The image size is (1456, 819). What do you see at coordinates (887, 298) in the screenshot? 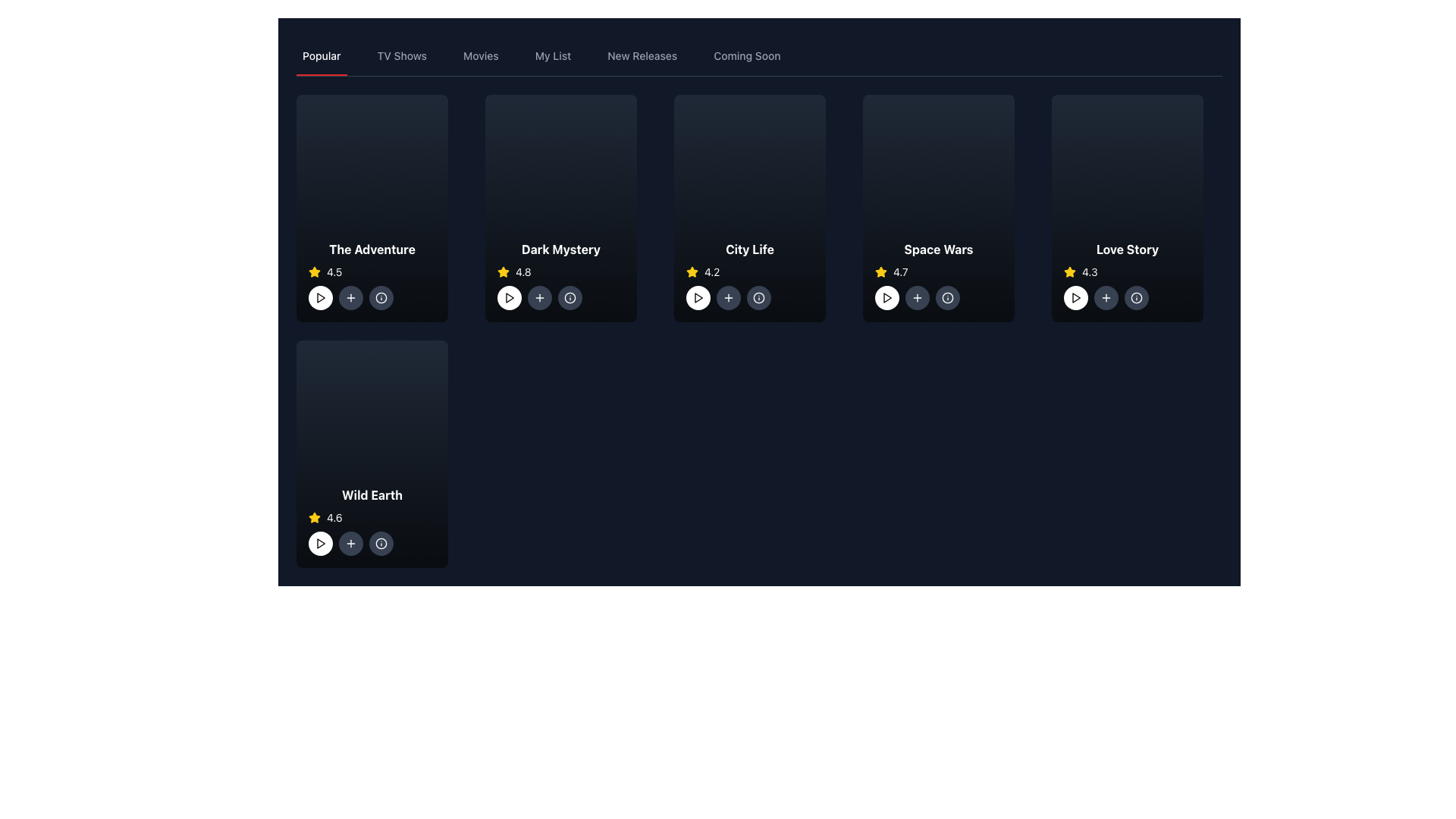
I see `the small triangular play icon located within the bottom-left circular button of the 'Space Wars' film card to play the video` at bounding box center [887, 298].